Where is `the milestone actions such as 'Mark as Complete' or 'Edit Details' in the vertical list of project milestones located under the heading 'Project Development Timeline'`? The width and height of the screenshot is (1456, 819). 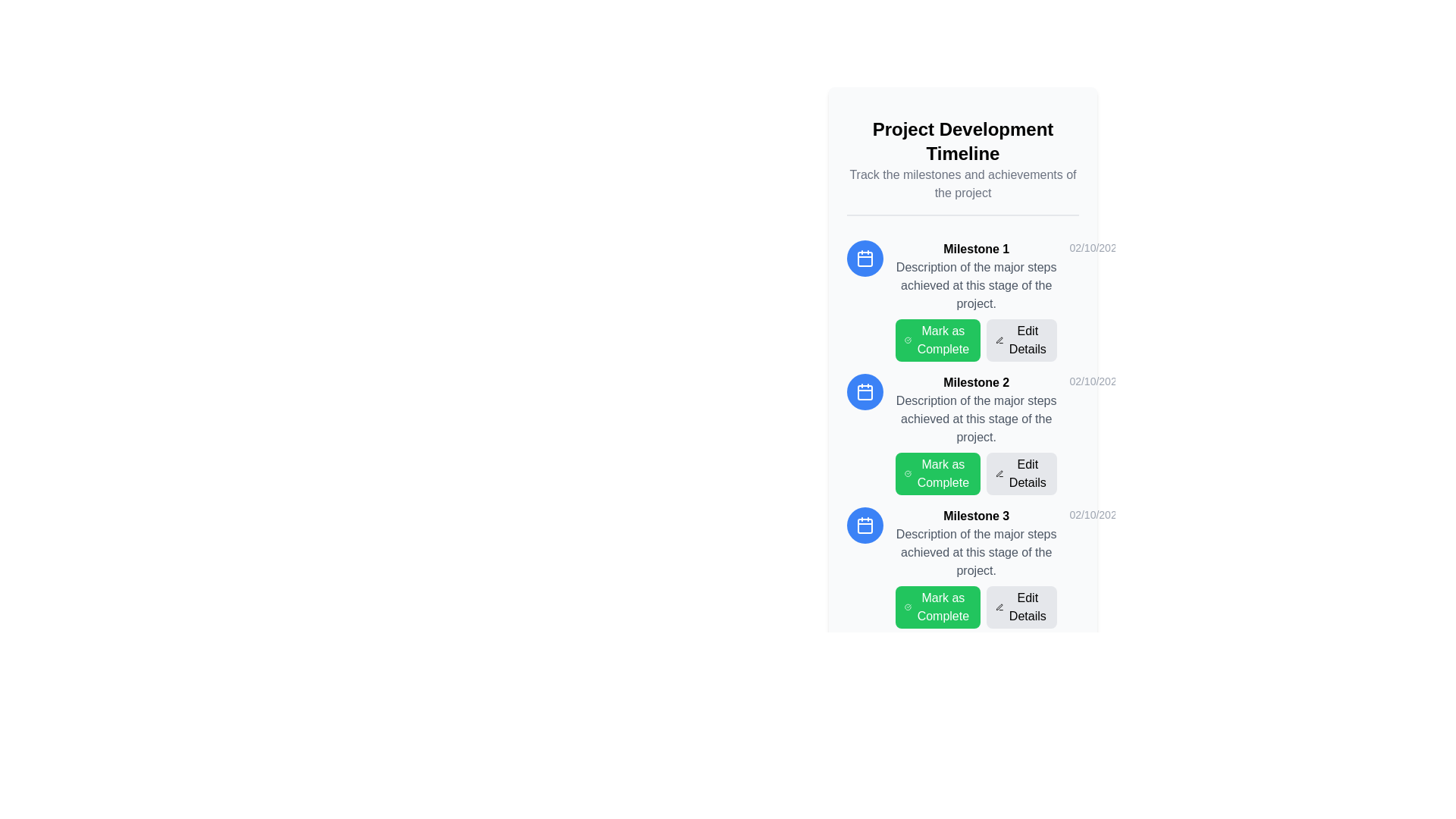 the milestone actions such as 'Mark as Complete' or 'Edit Details' in the vertical list of project milestones located under the heading 'Project Development Timeline' is located at coordinates (962, 435).